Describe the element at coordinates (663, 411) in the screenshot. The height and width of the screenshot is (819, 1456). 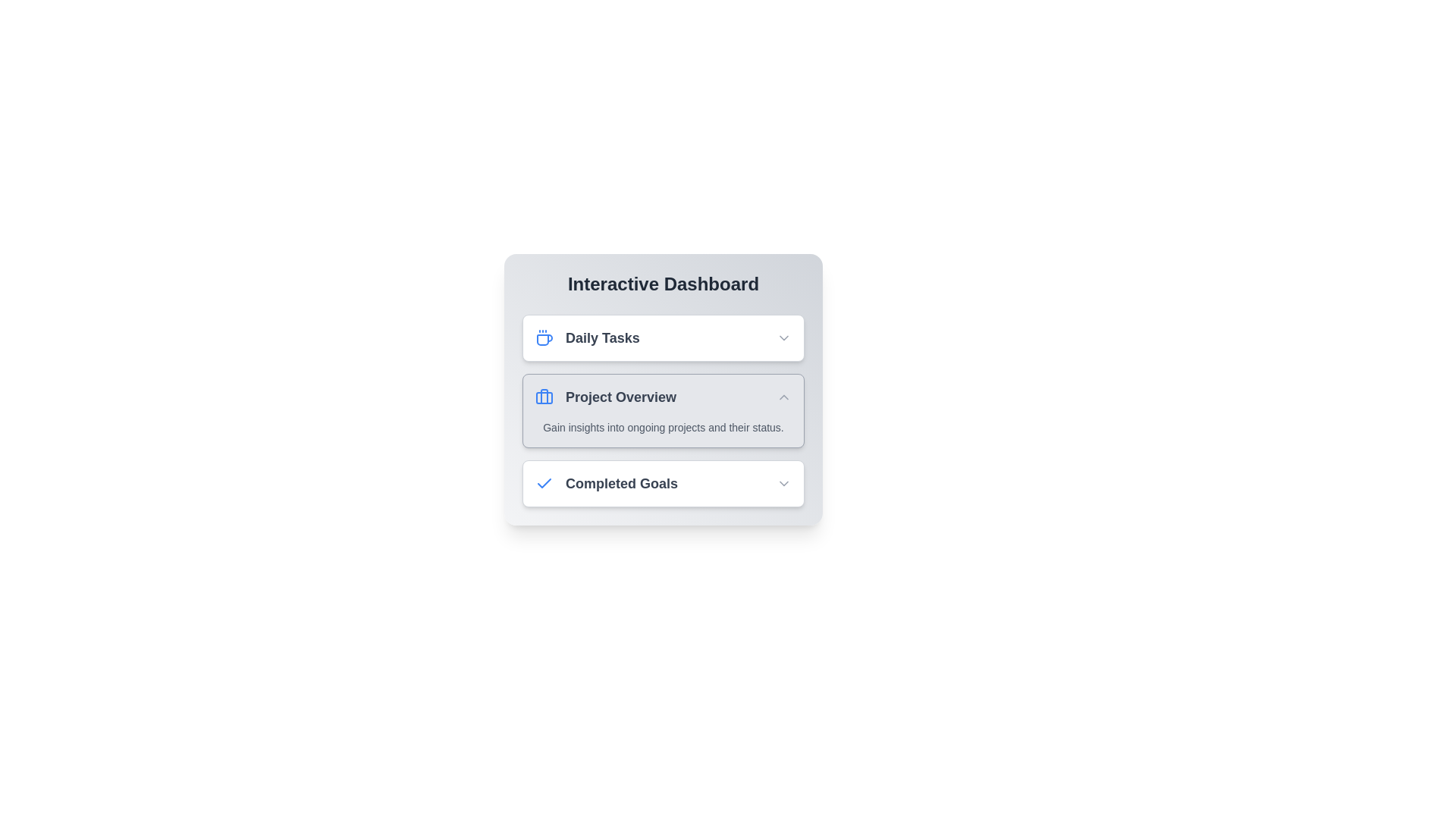
I see `the specified section of the dashboard: Project Overview` at that location.